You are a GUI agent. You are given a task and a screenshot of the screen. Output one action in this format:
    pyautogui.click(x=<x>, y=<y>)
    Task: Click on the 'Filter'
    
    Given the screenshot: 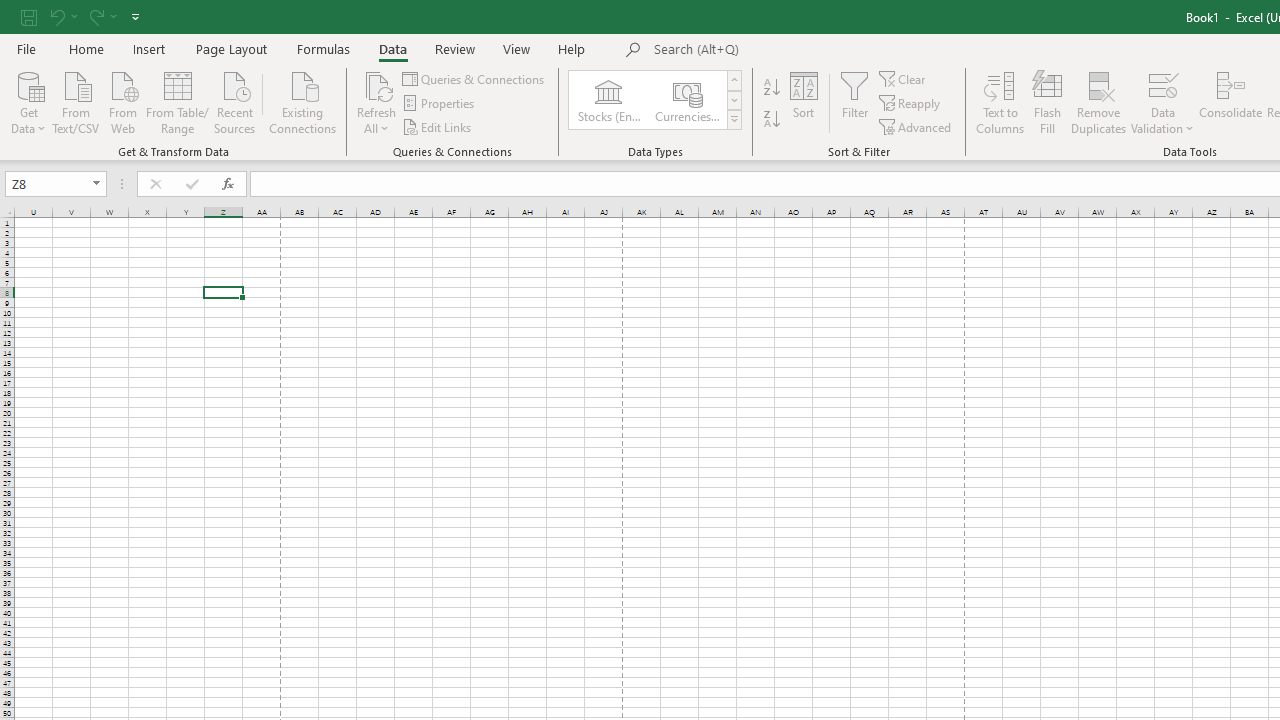 What is the action you would take?
    pyautogui.click(x=855, y=103)
    